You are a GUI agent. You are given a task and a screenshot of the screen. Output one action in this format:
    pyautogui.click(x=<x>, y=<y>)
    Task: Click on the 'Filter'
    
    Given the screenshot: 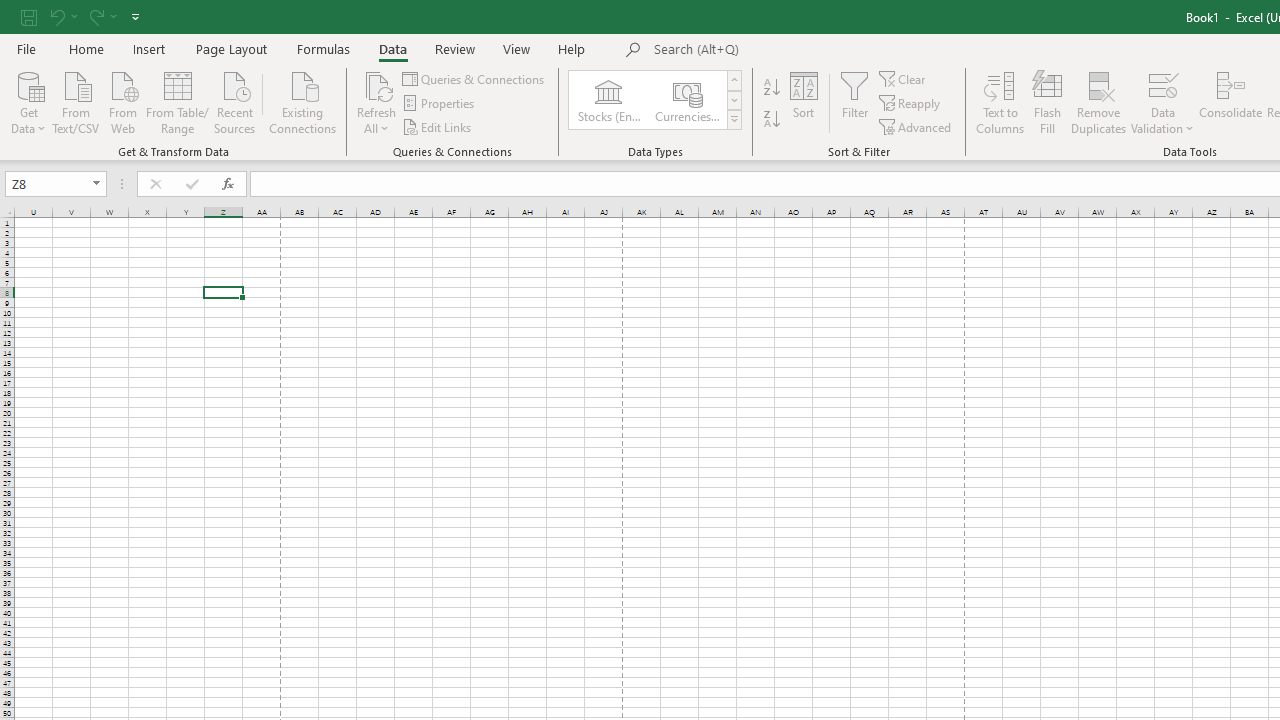 What is the action you would take?
    pyautogui.click(x=855, y=103)
    